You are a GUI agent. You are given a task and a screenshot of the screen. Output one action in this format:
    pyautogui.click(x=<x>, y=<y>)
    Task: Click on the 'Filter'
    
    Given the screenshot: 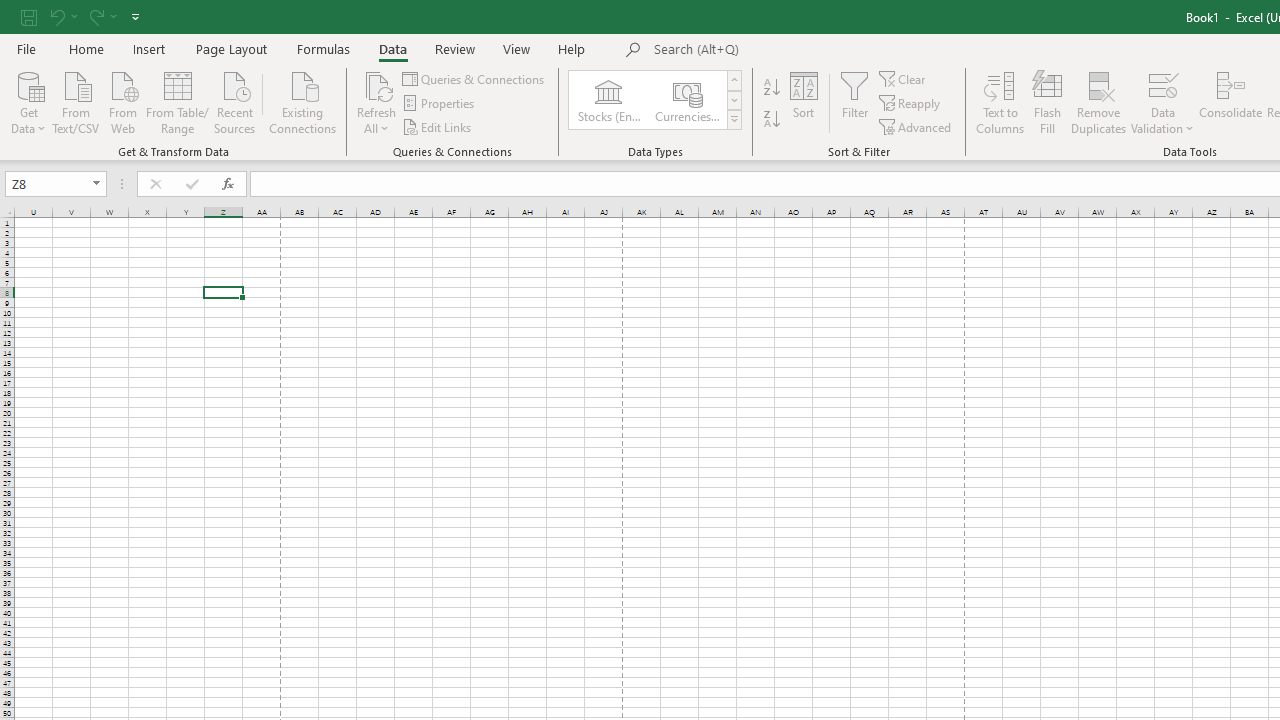 What is the action you would take?
    pyautogui.click(x=855, y=103)
    